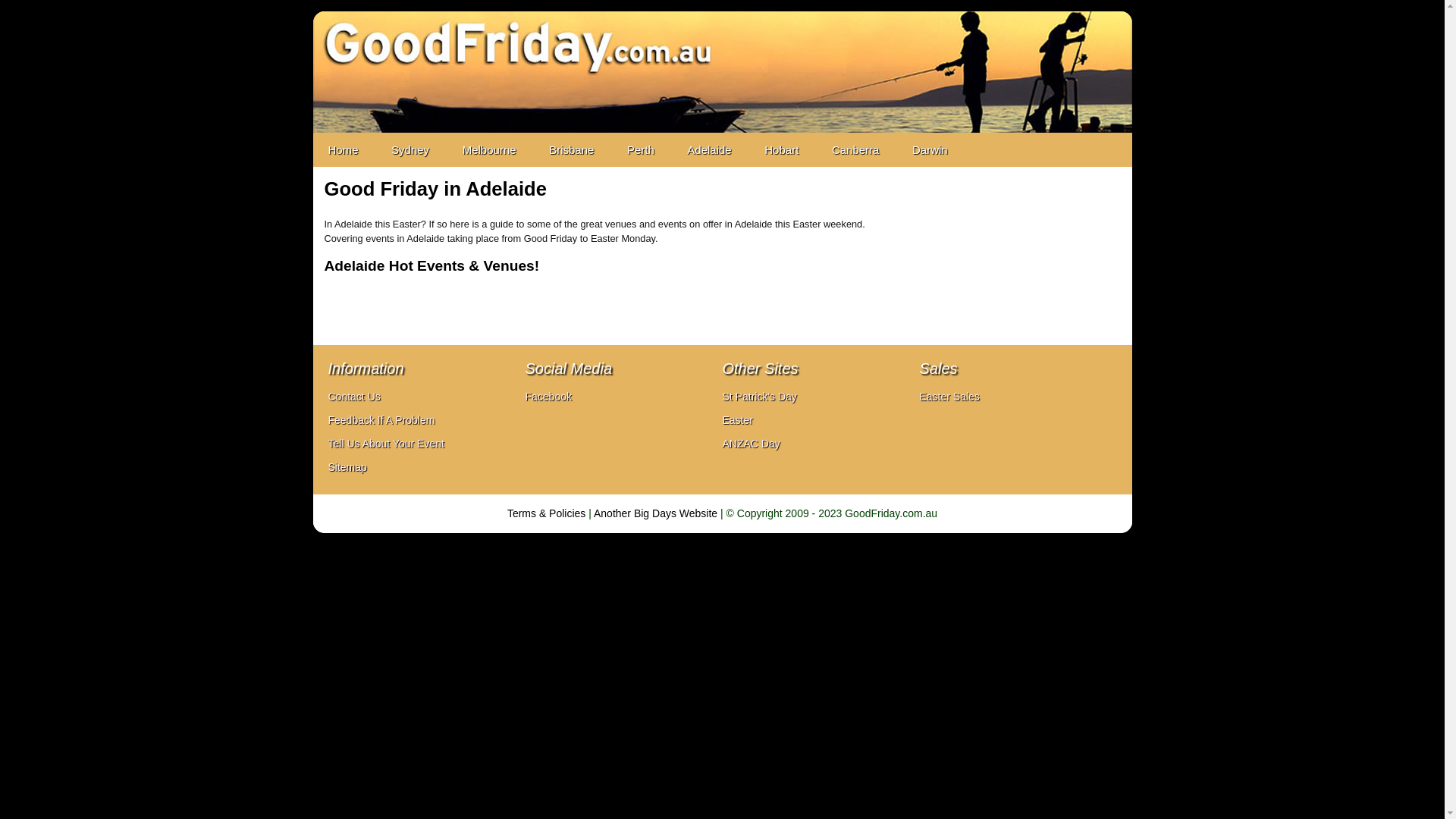 The width and height of the screenshot is (1456, 819). I want to click on 'Easter', so click(737, 420).